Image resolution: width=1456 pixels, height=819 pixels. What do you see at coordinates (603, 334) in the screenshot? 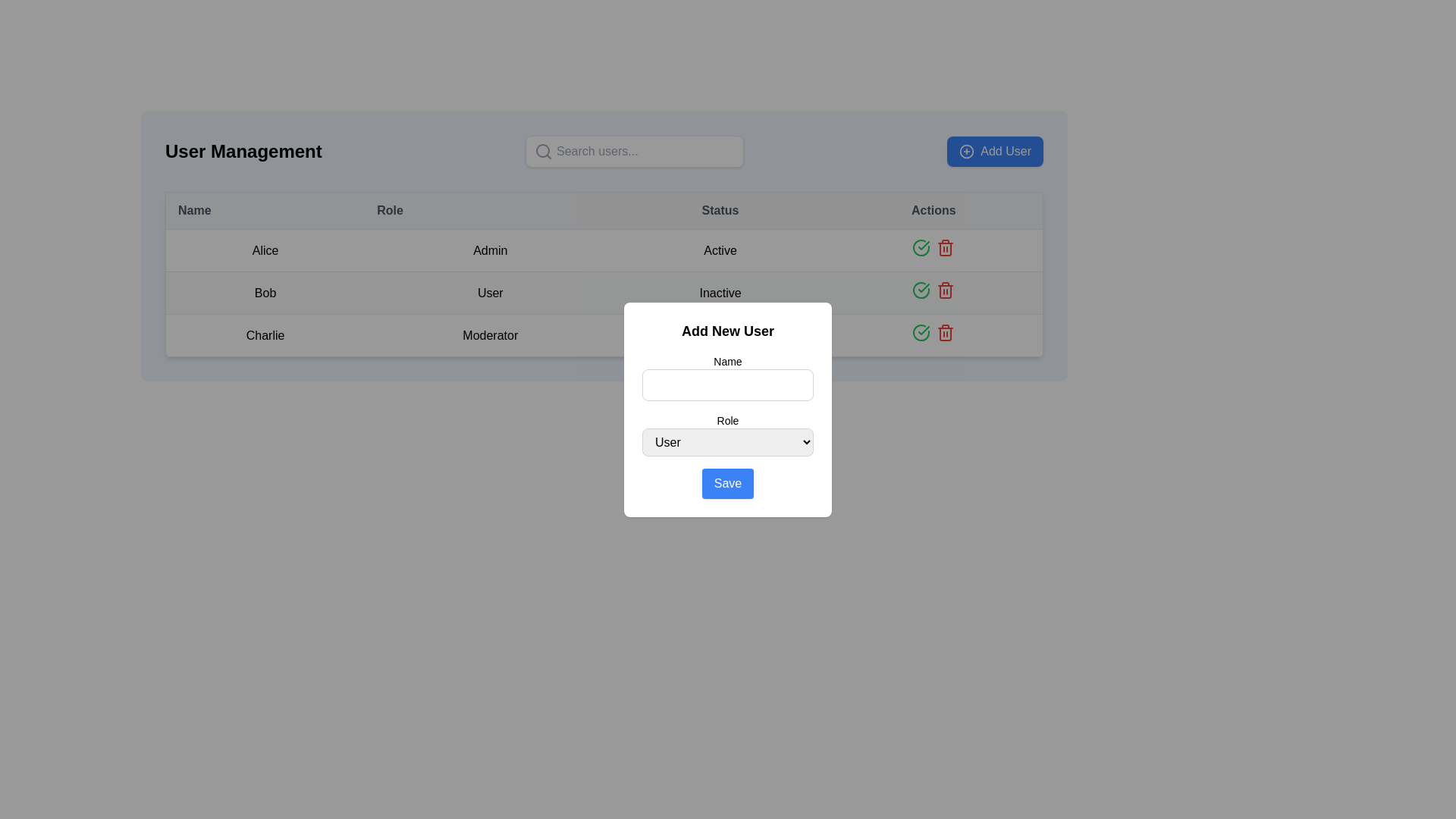
I see `the third row in the table containing the texts 'Charlie', 'Moderator', and 'Active'` at bounding box center [603, 334].